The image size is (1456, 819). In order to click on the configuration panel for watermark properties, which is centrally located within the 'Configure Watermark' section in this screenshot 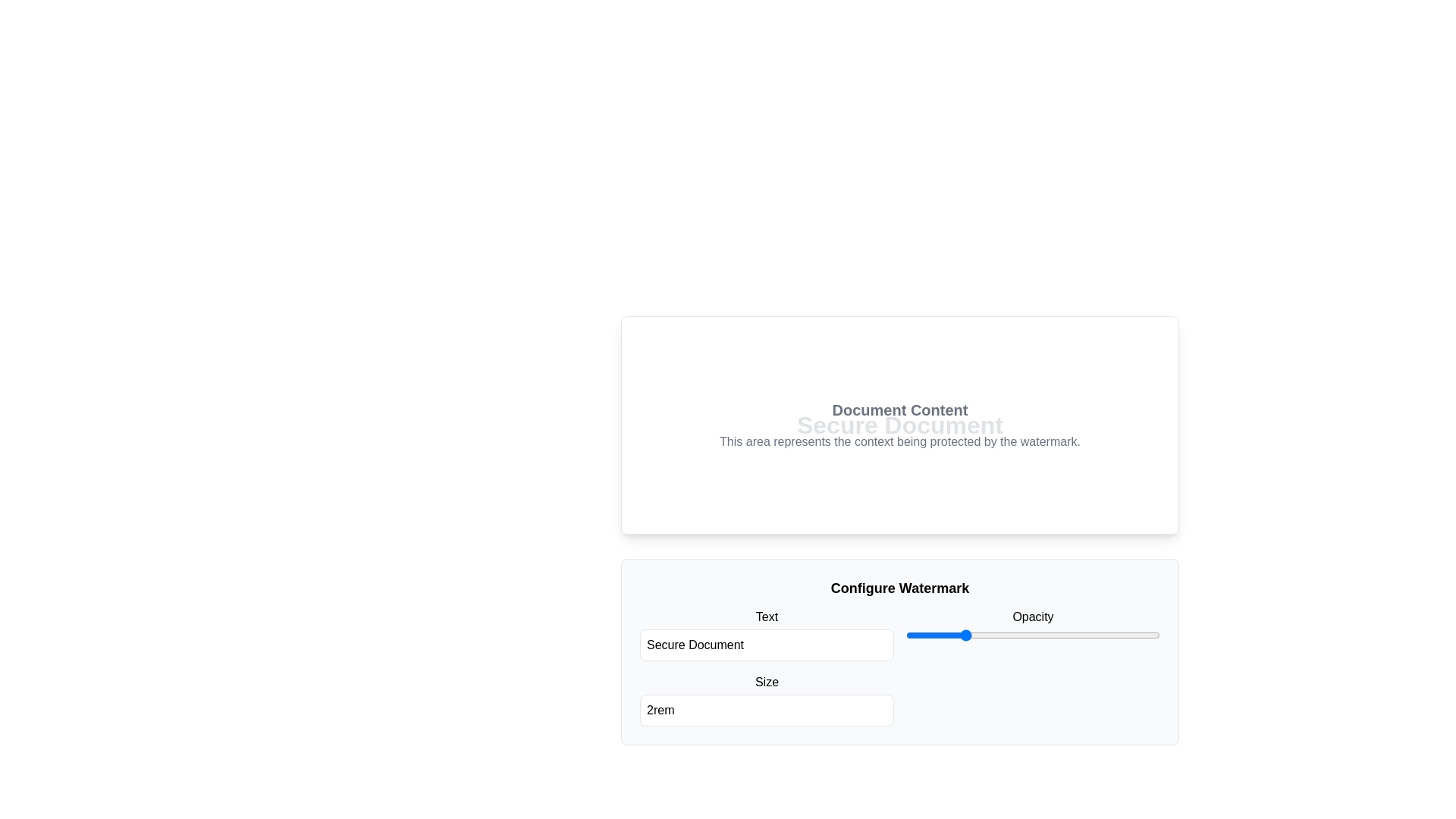, I will do `click(899, 666)`.